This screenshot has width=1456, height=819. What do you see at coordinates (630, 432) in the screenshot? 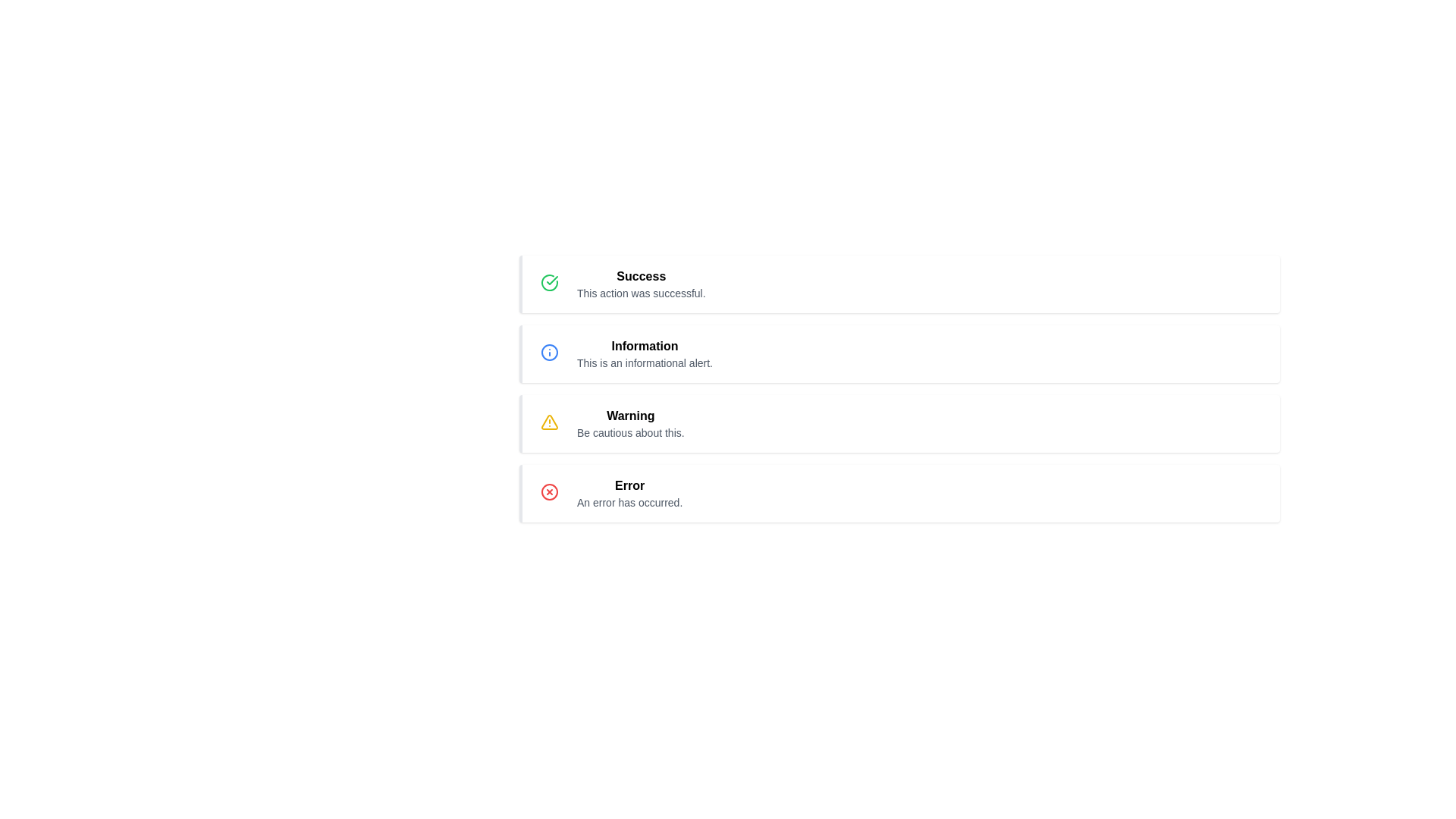
I see `the textual warning message that reads 'Be cautious about this.' which is styled as smaller gray text and is located below the bold 'Warning' label in the third item of a vertical list of notifications` at bounding box center [630, 432].